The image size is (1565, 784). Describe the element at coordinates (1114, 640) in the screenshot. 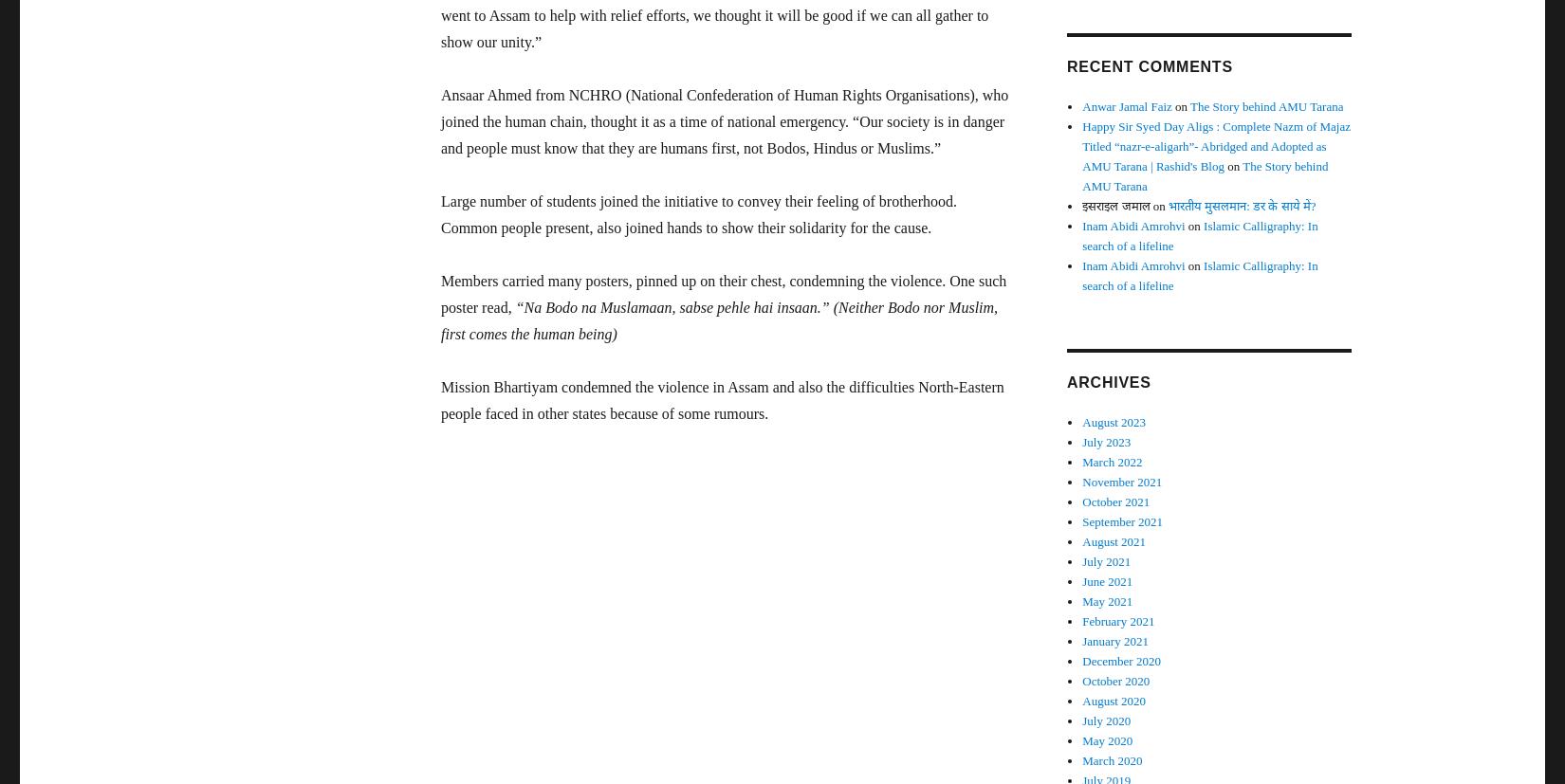

I see `'January 2021'` at that location.